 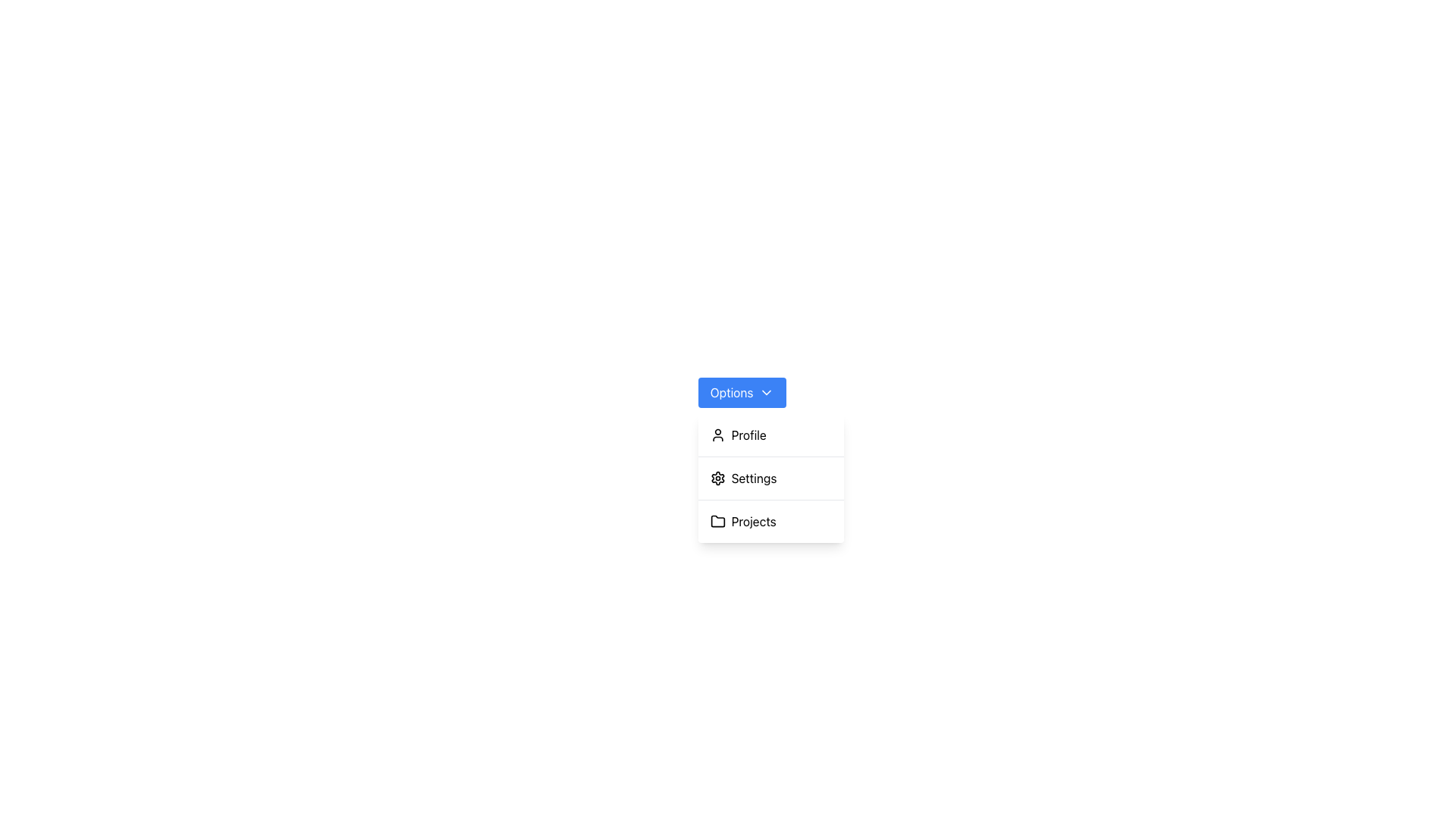 What do you see at coordinates (742, 391) in the screenshot?
I see `the 'Options' button, which is a rectangular button with a blue background and white text, located at the top of the dropdown menu interface` at bounding box center [742, 391].